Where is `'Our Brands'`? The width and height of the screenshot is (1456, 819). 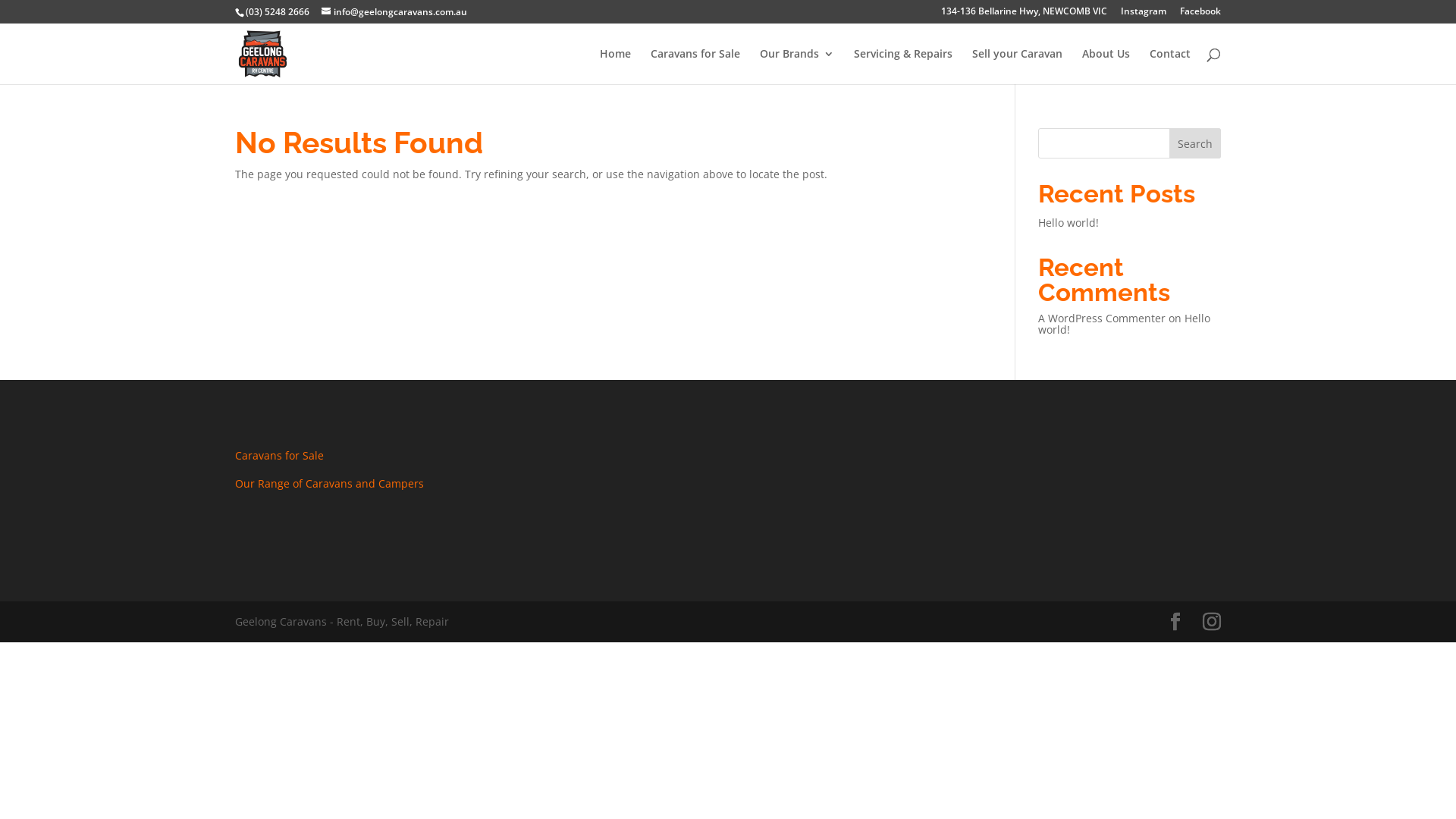 'Our Brands' is located at coordinates (796, 65).